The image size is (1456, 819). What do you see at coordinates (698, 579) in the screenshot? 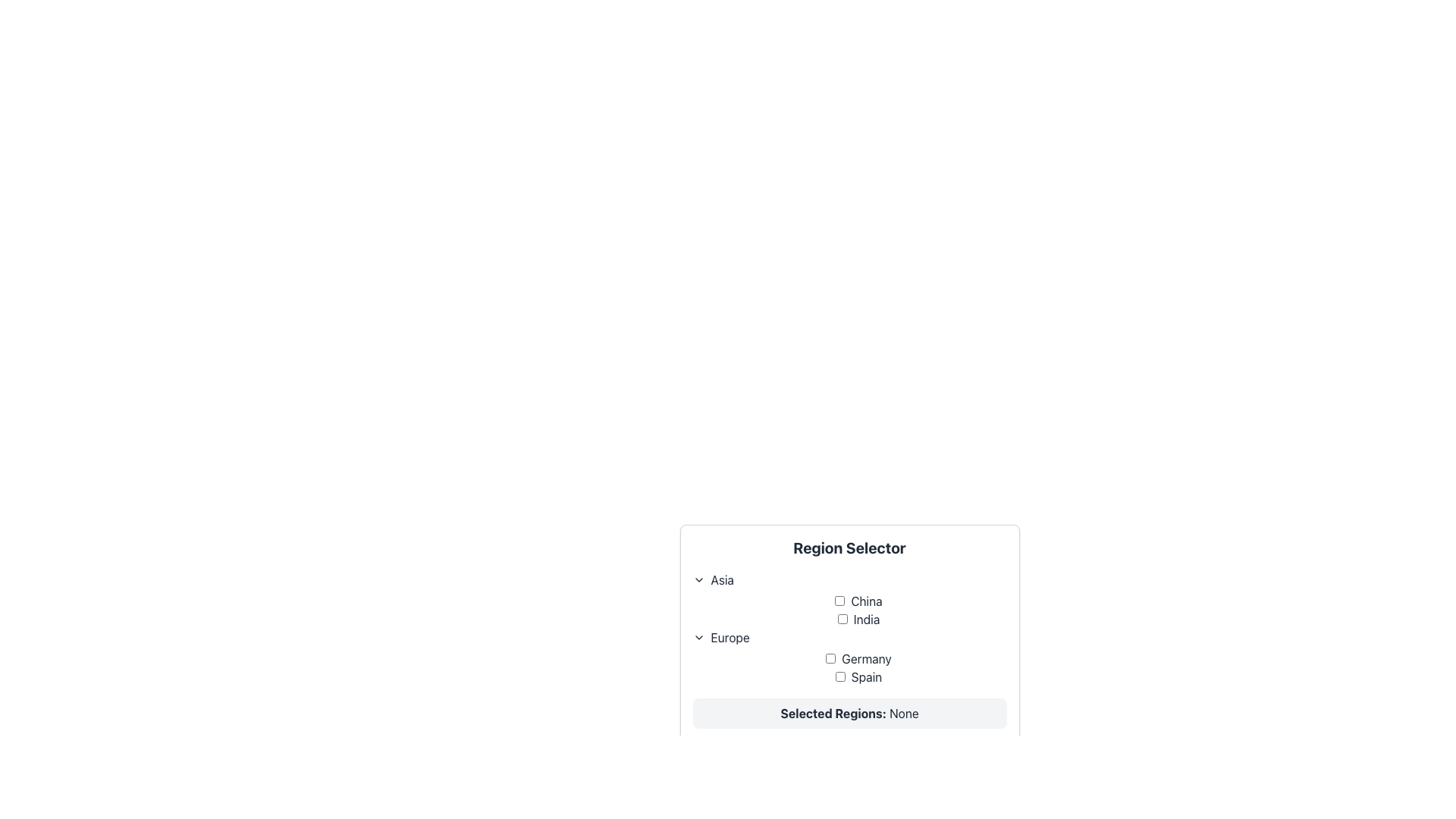
I see `the dropdown toggle icon located to the far left of the 'Asia' text` at bounding box center [698, 579].